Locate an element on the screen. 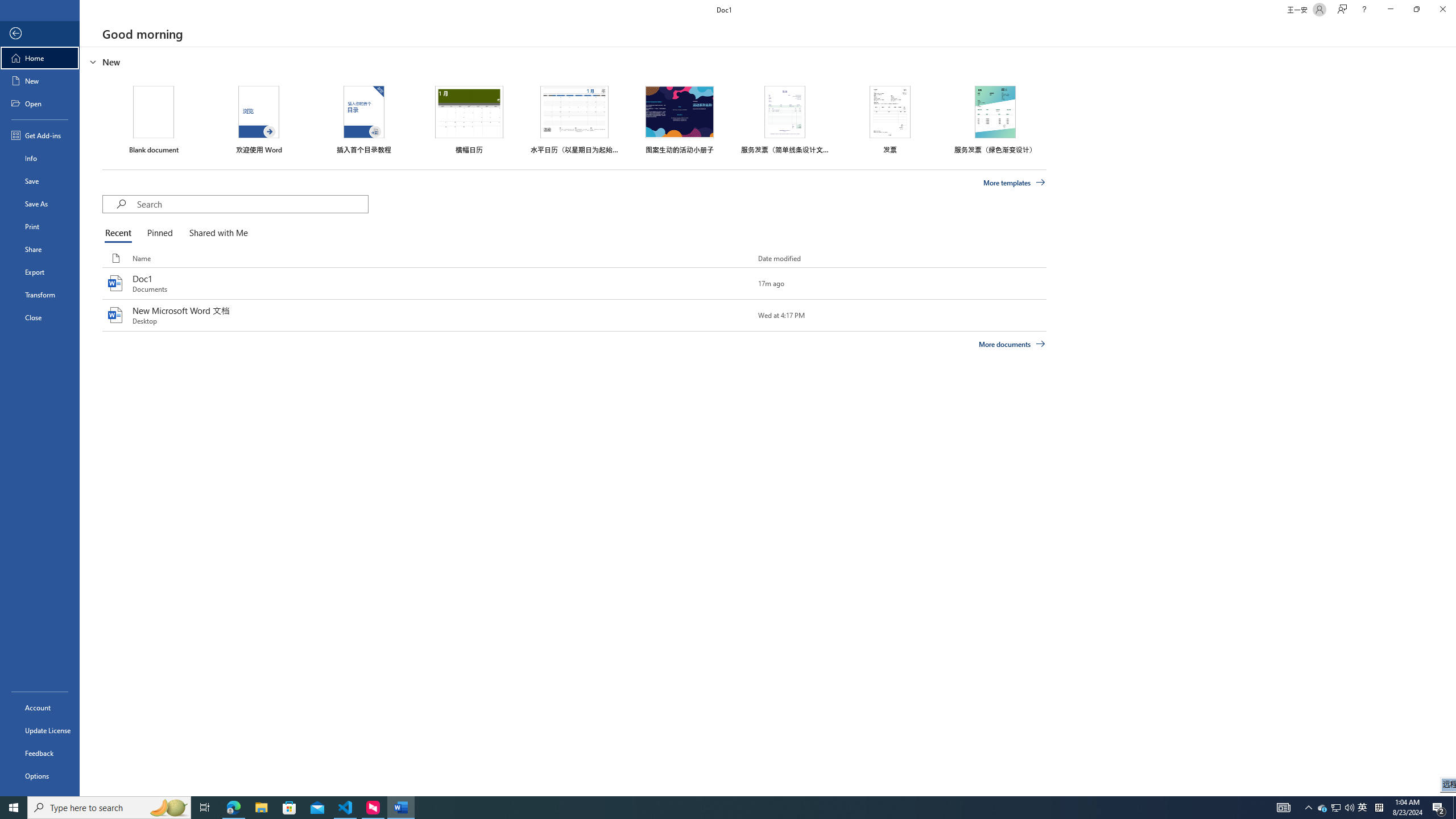  'Save As' is located at coordinates (39, 202).